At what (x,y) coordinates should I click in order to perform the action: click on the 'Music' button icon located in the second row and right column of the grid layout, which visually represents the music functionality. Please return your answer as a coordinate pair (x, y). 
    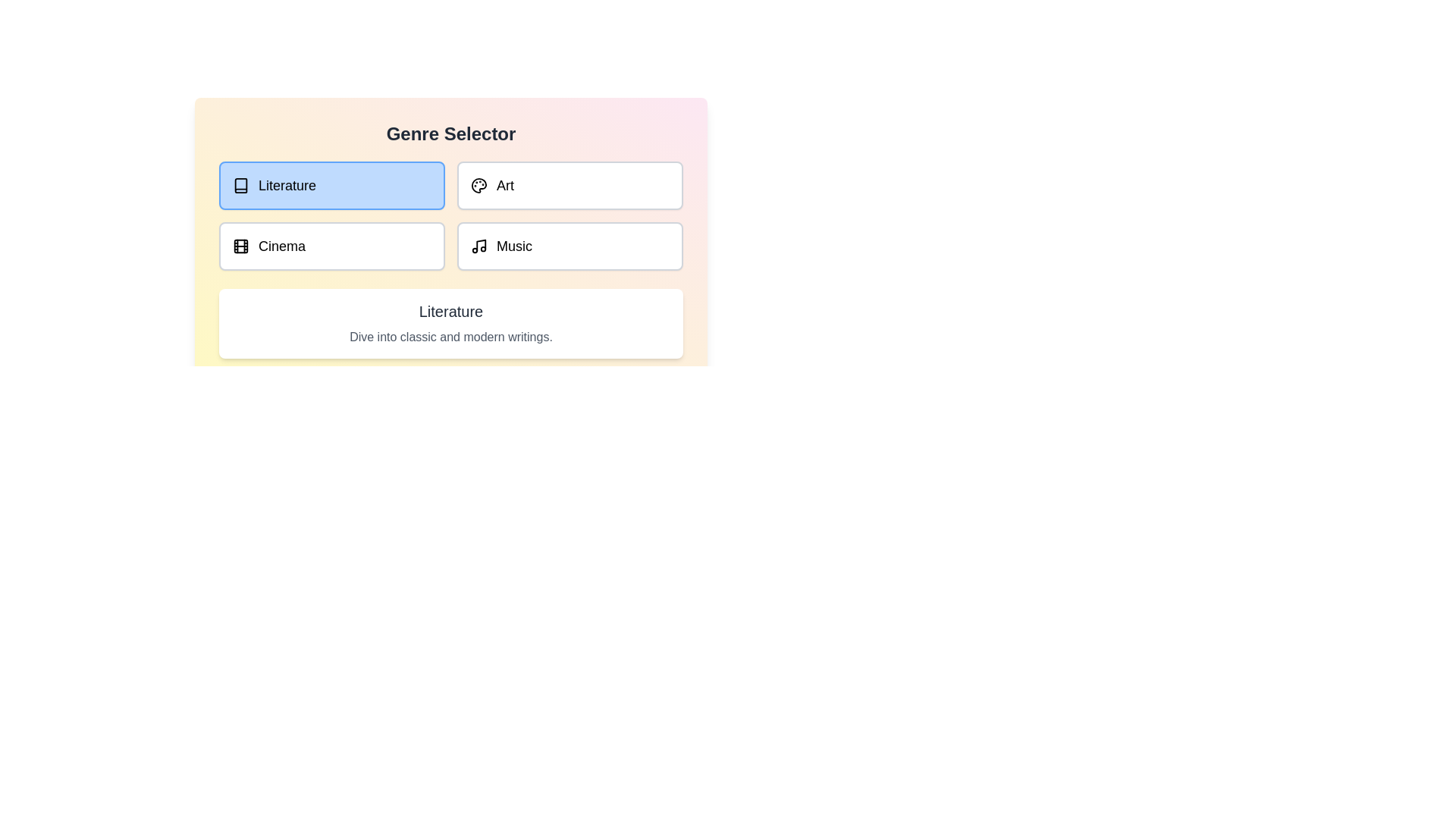
    Looking at the image, I should click on (479, 245).